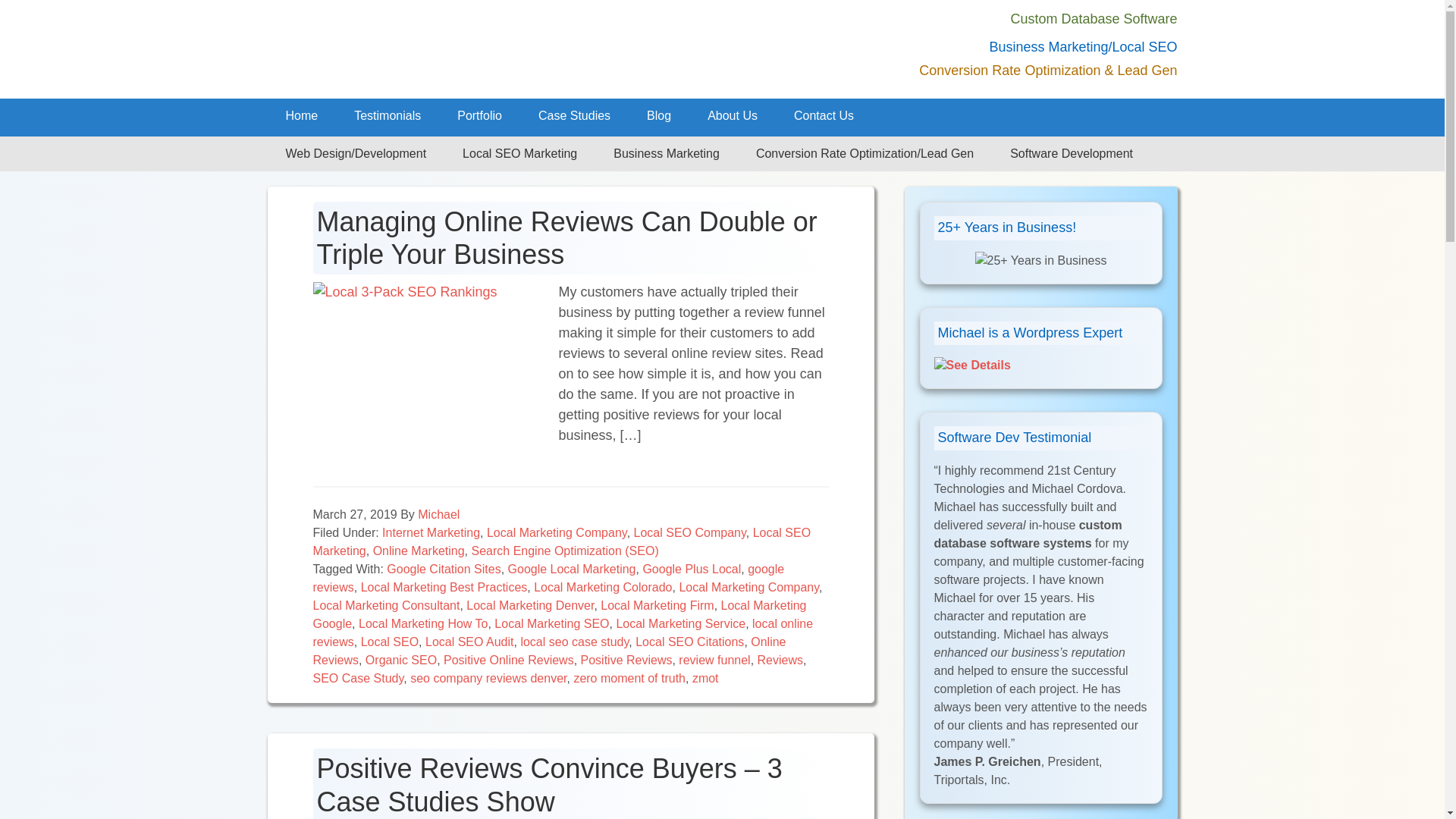 The width and height of the screenshot is (1456, 819). I want to click on 'Home', so click(301, 115).